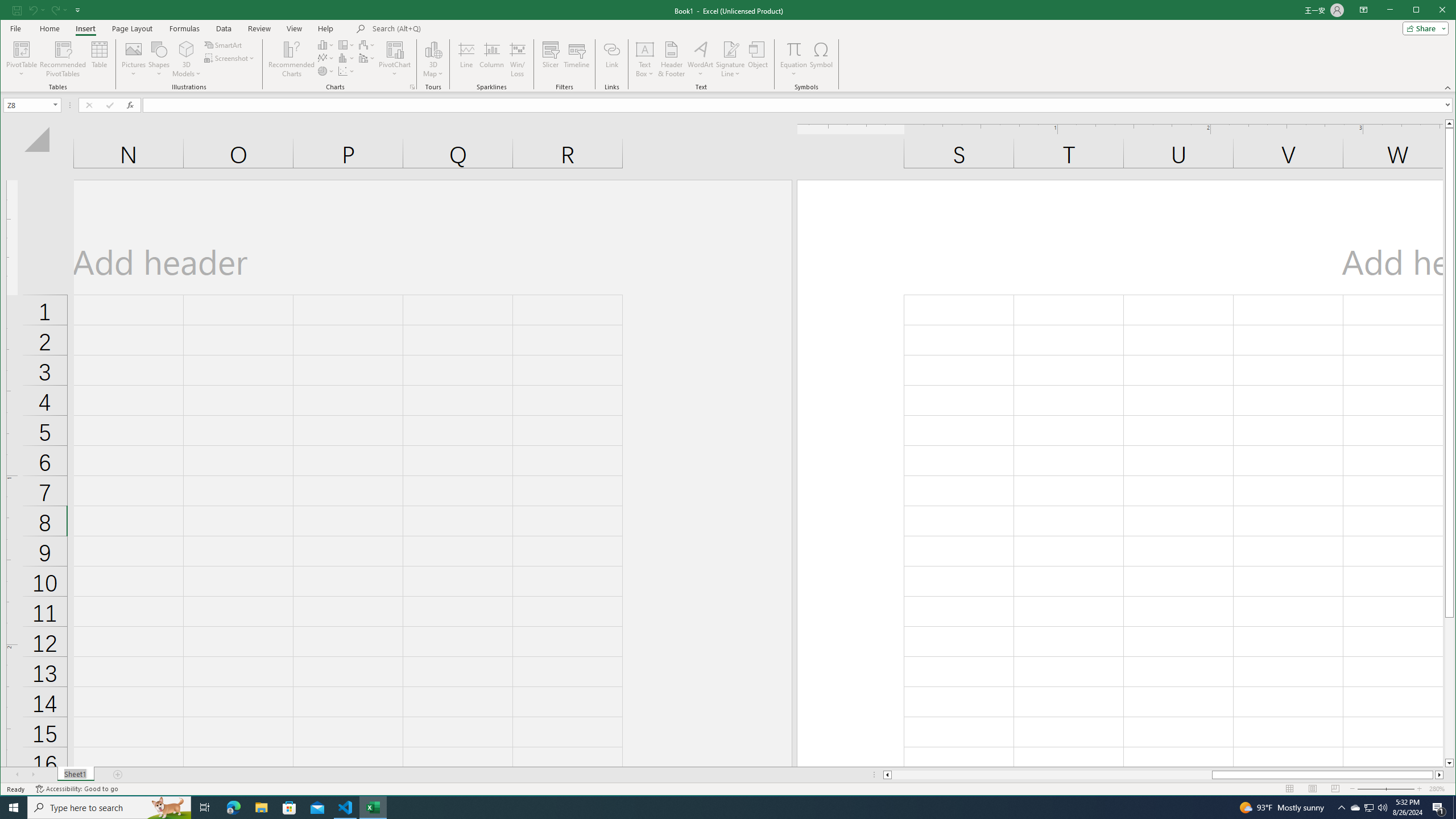 This screenshot has height=819, width=1456. Describe the element at coordinates (346, 44) in the screenshot. I see `'Insert Hierarchy Chart'` at that location.